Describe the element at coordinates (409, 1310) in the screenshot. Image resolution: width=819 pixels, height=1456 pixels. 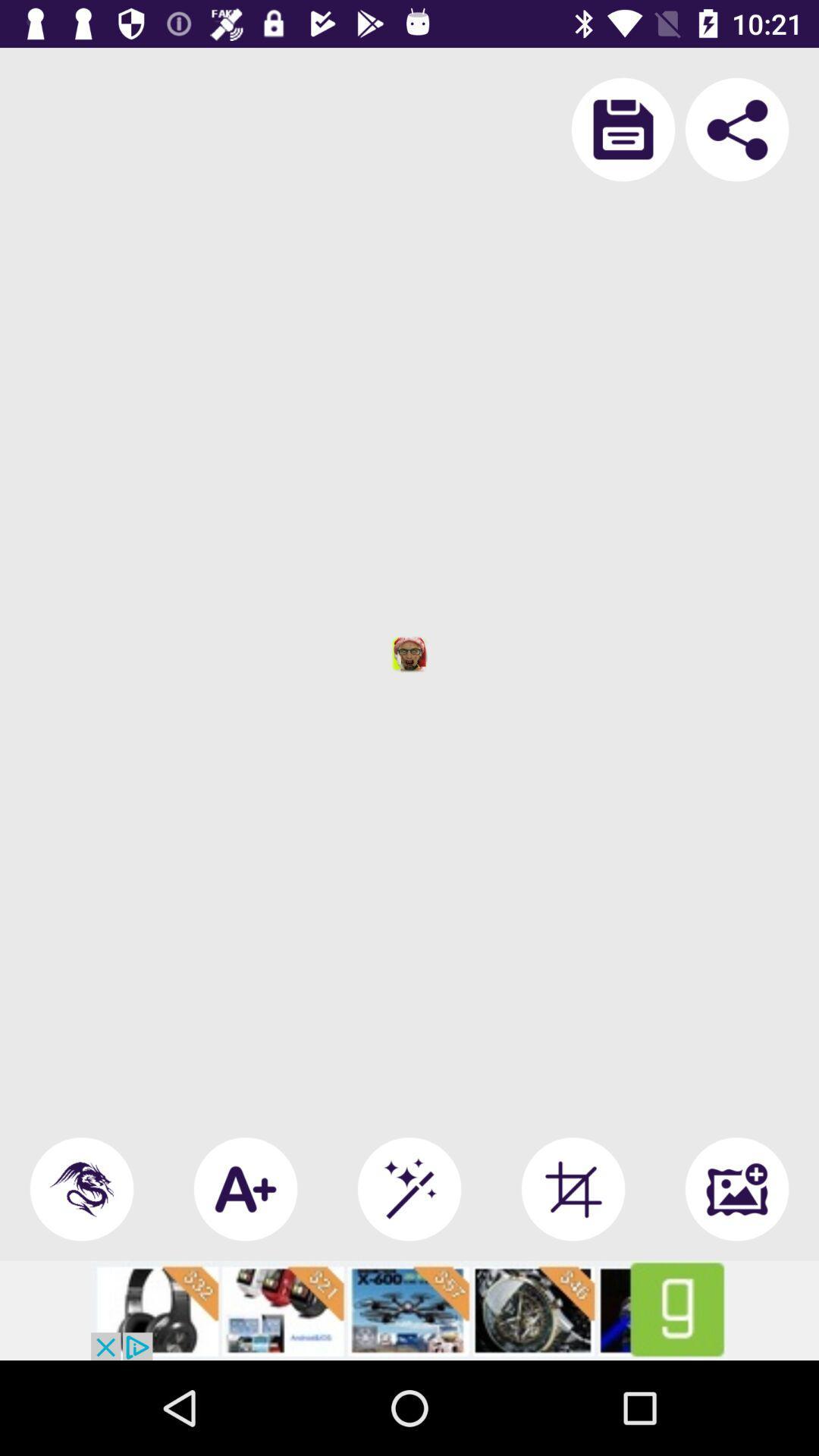
I see `advertiser site` at that location.